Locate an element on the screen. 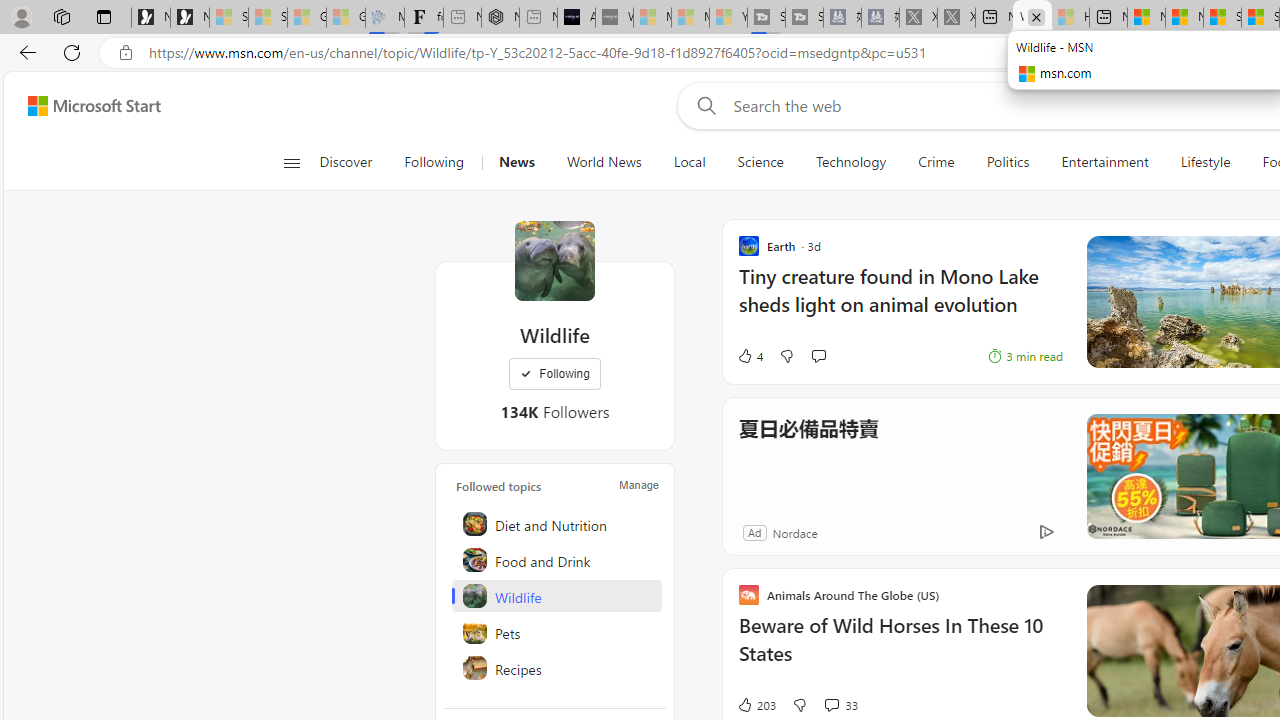 The image size is (1280, 720). 'Science' is located at coordinates (759, 162).